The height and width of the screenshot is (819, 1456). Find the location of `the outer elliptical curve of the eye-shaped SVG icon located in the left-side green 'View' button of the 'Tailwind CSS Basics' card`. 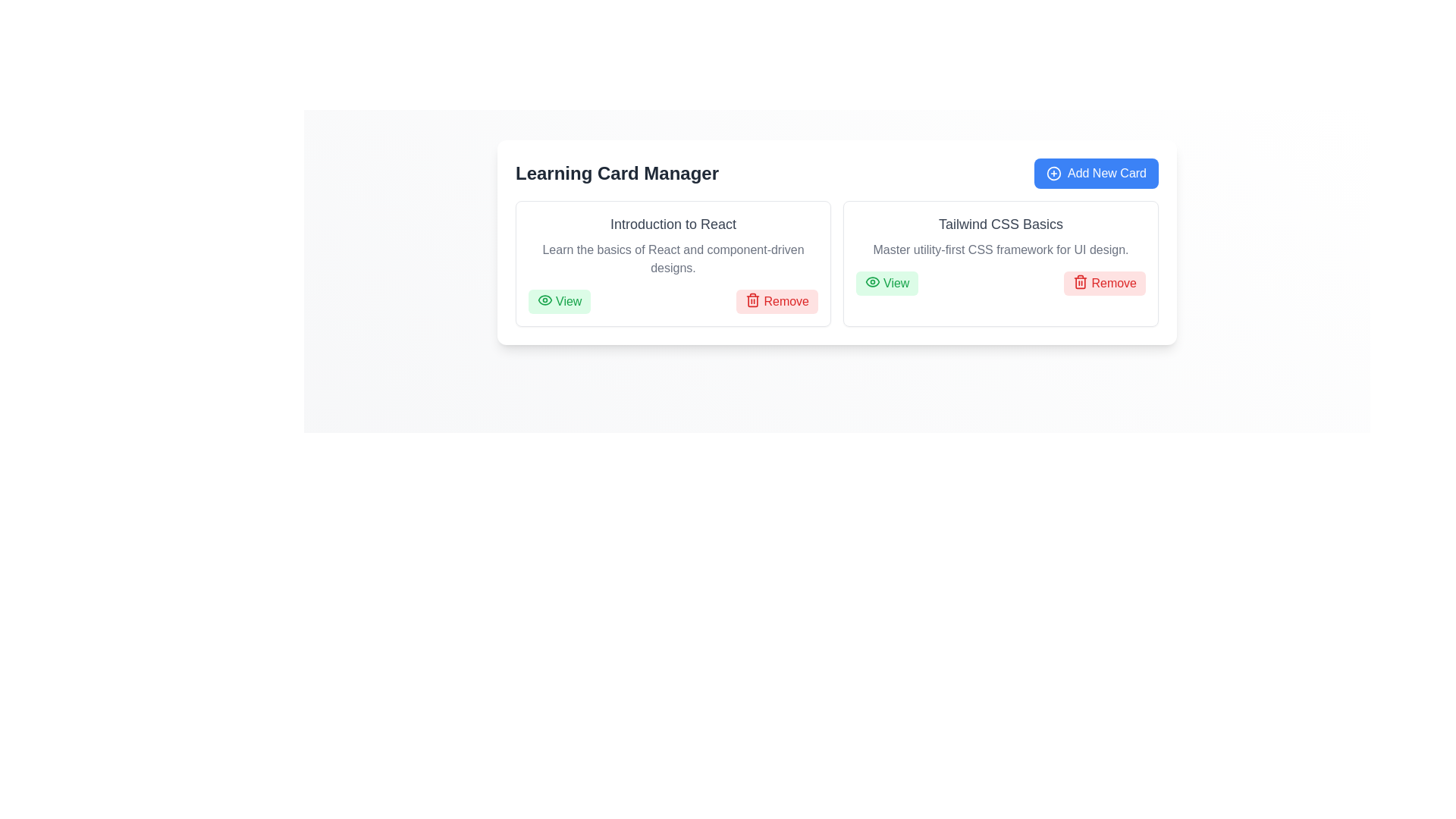

the outer elliptical curve of the eye-shaped SVG icon located in the left-side green 'View' button of the 'Tailwind CSS Basics' card is located at coordinates (873, 281).